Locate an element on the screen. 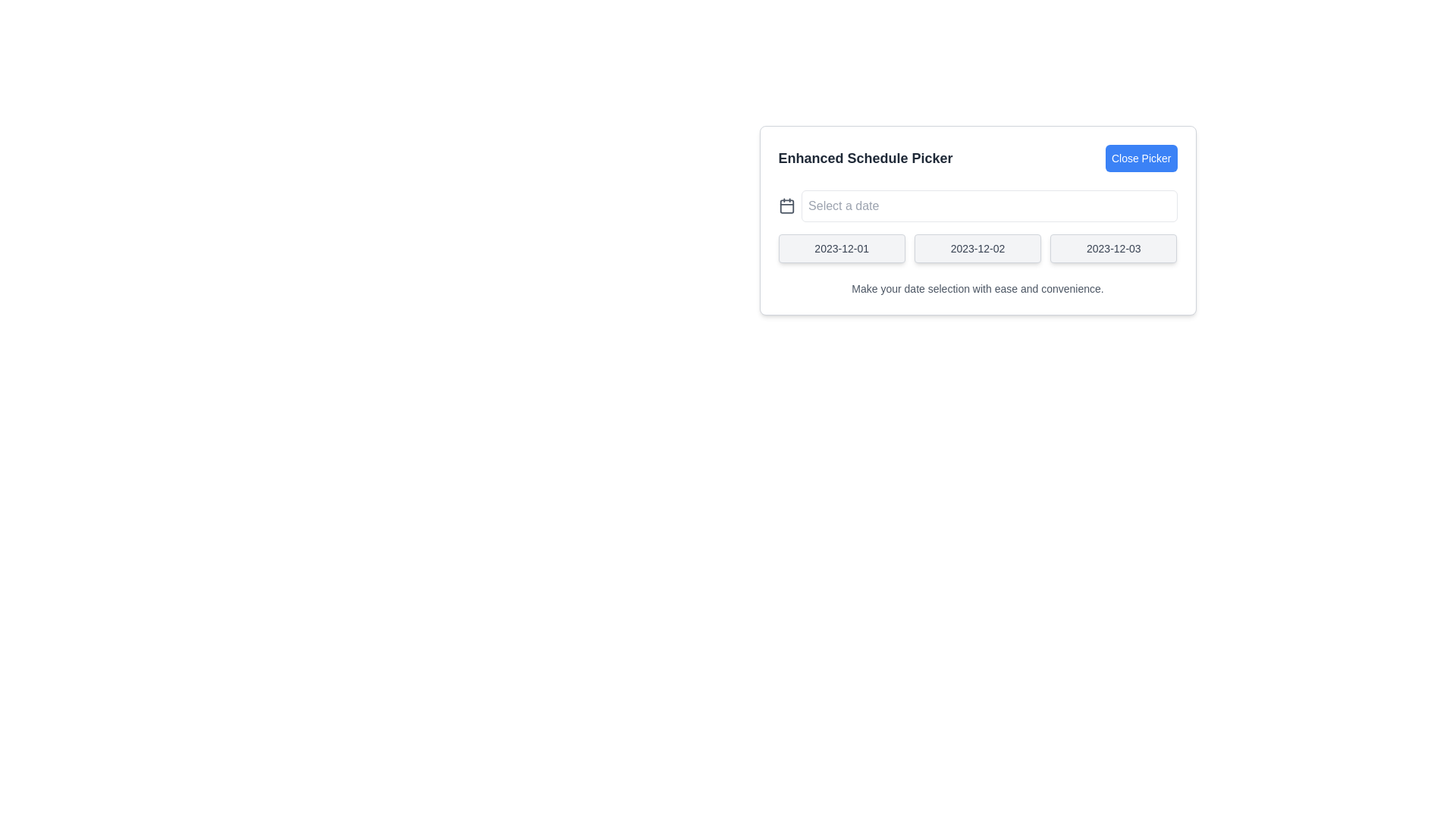 The width and height of the screenshot is (1456, 819). the date selection button labeled '2023-12-03' is located at coordinates (1113, 247).